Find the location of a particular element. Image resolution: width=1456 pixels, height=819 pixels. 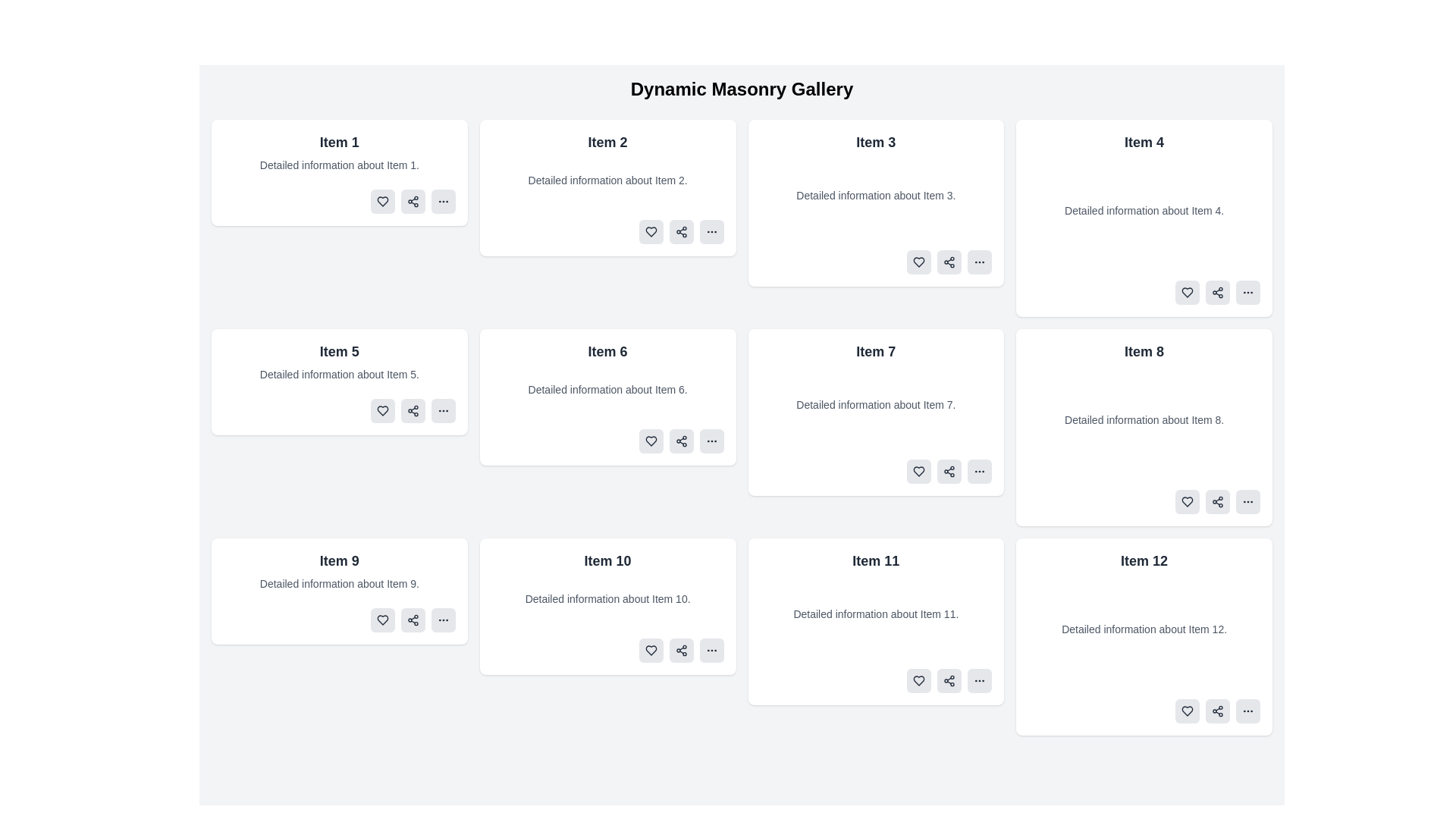

the 'like' or 'favorite' button located at the bottom left of the 'Item 1' card is located at coordinates (382, 201).